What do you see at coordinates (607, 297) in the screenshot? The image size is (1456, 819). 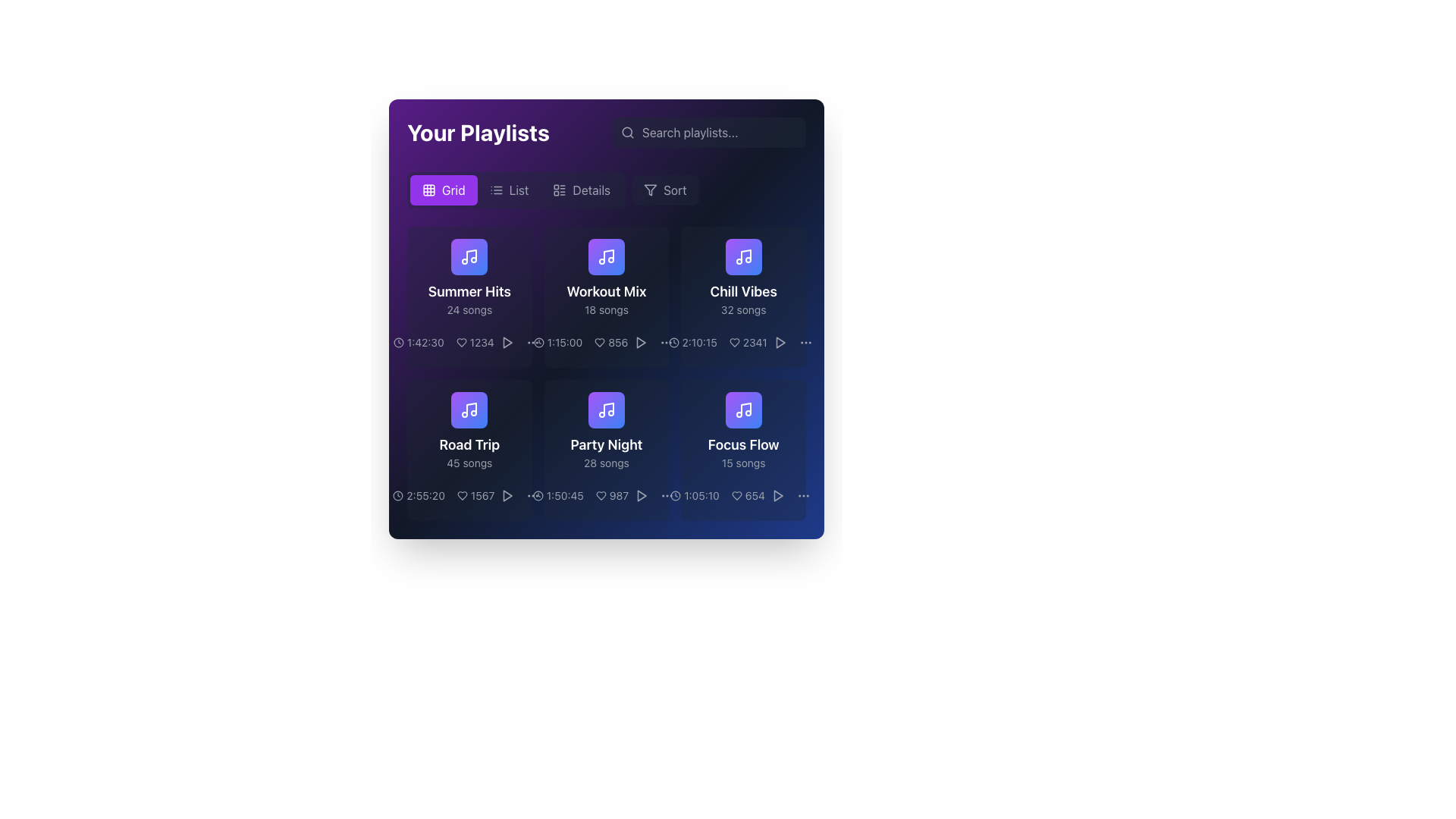 I see `the 'Workout Mix' playlist item, which has a dark semi-transparent background, a musical note icon, and displays the title 'Workout Mix' with a duration of '1:15:00'` at bounding box center [607, 297].